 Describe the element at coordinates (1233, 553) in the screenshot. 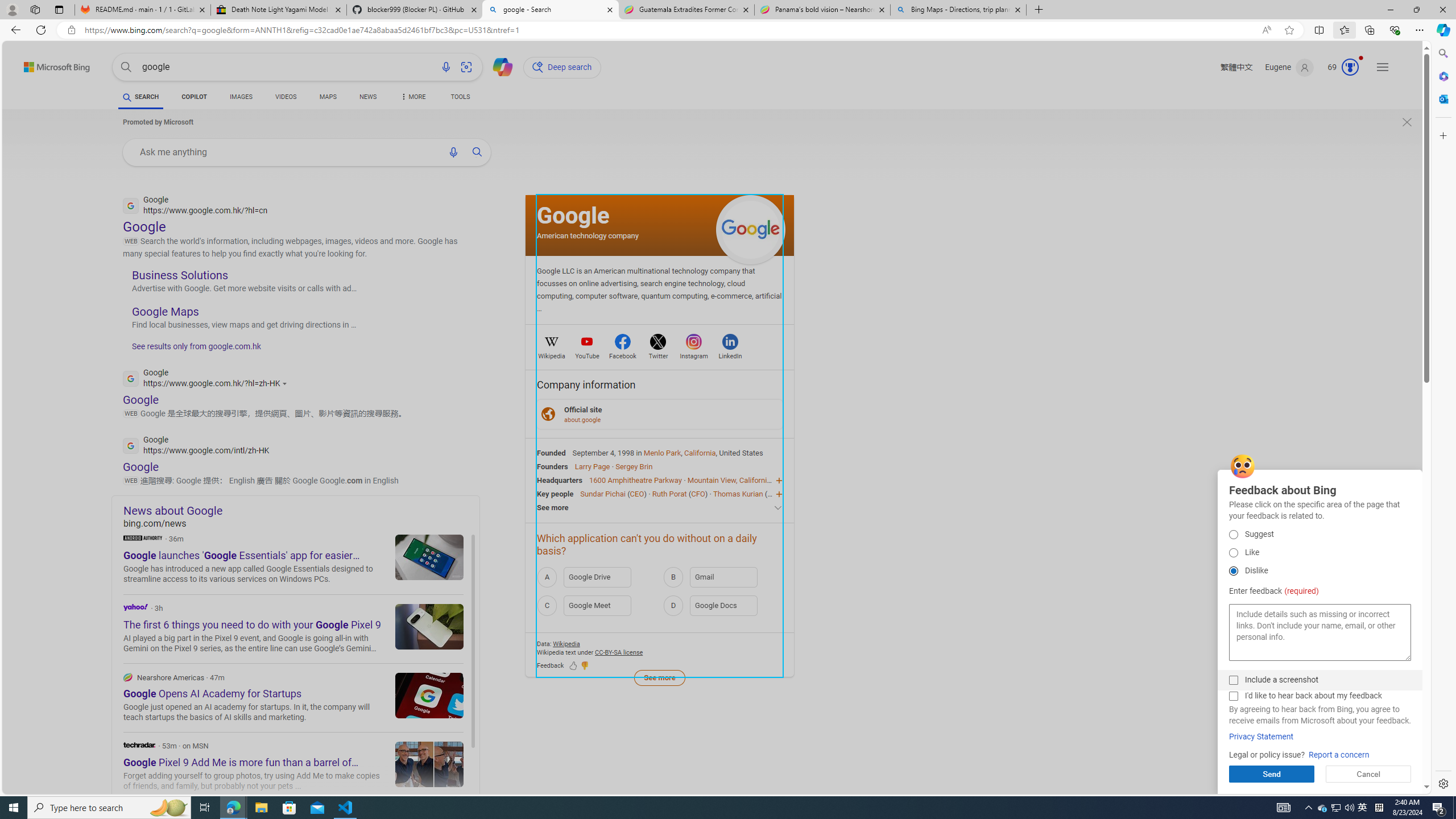

I see `'Like'` at that location.